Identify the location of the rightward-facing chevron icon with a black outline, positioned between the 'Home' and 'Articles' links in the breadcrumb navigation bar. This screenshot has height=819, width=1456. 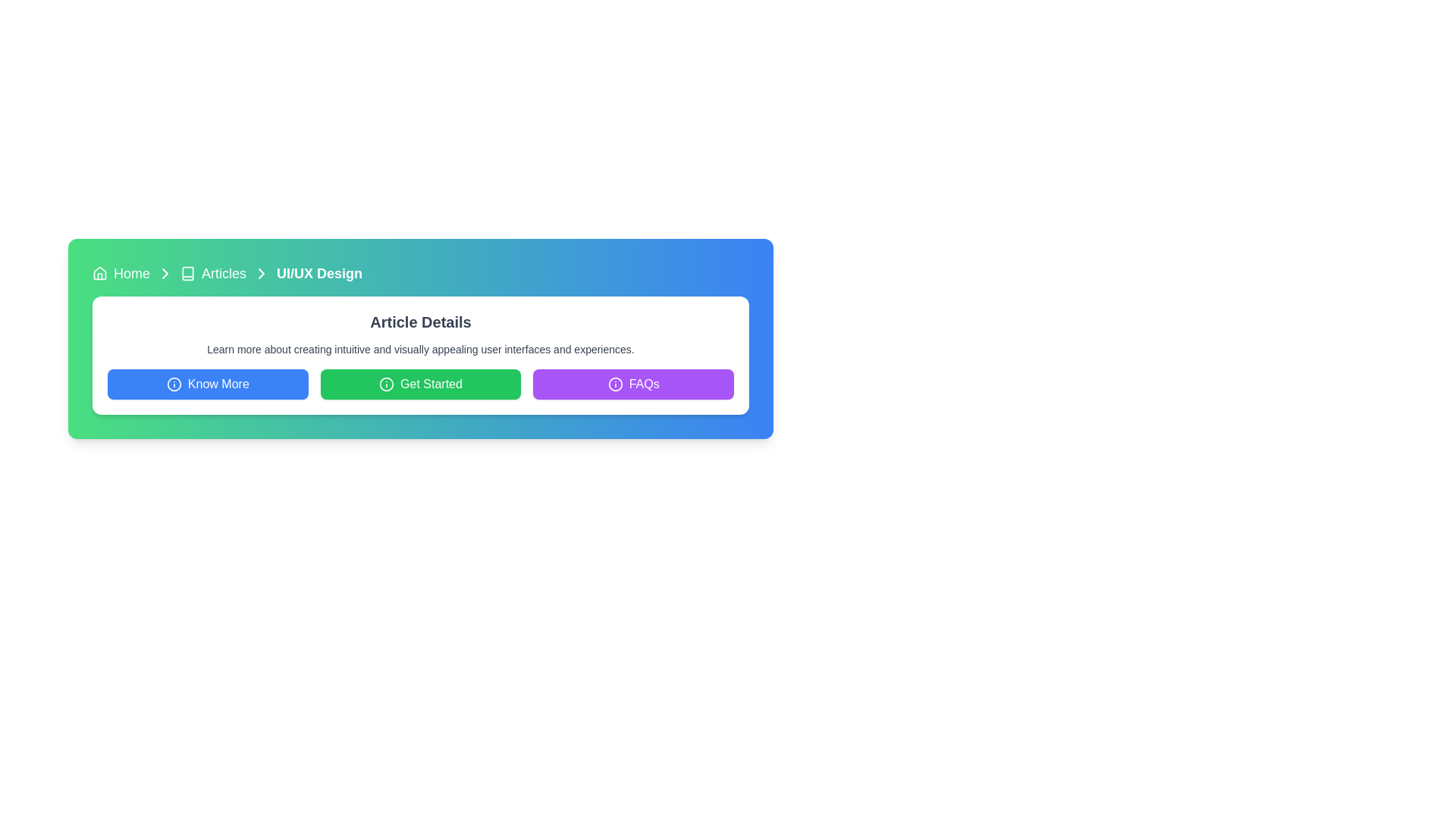
(165, 274).